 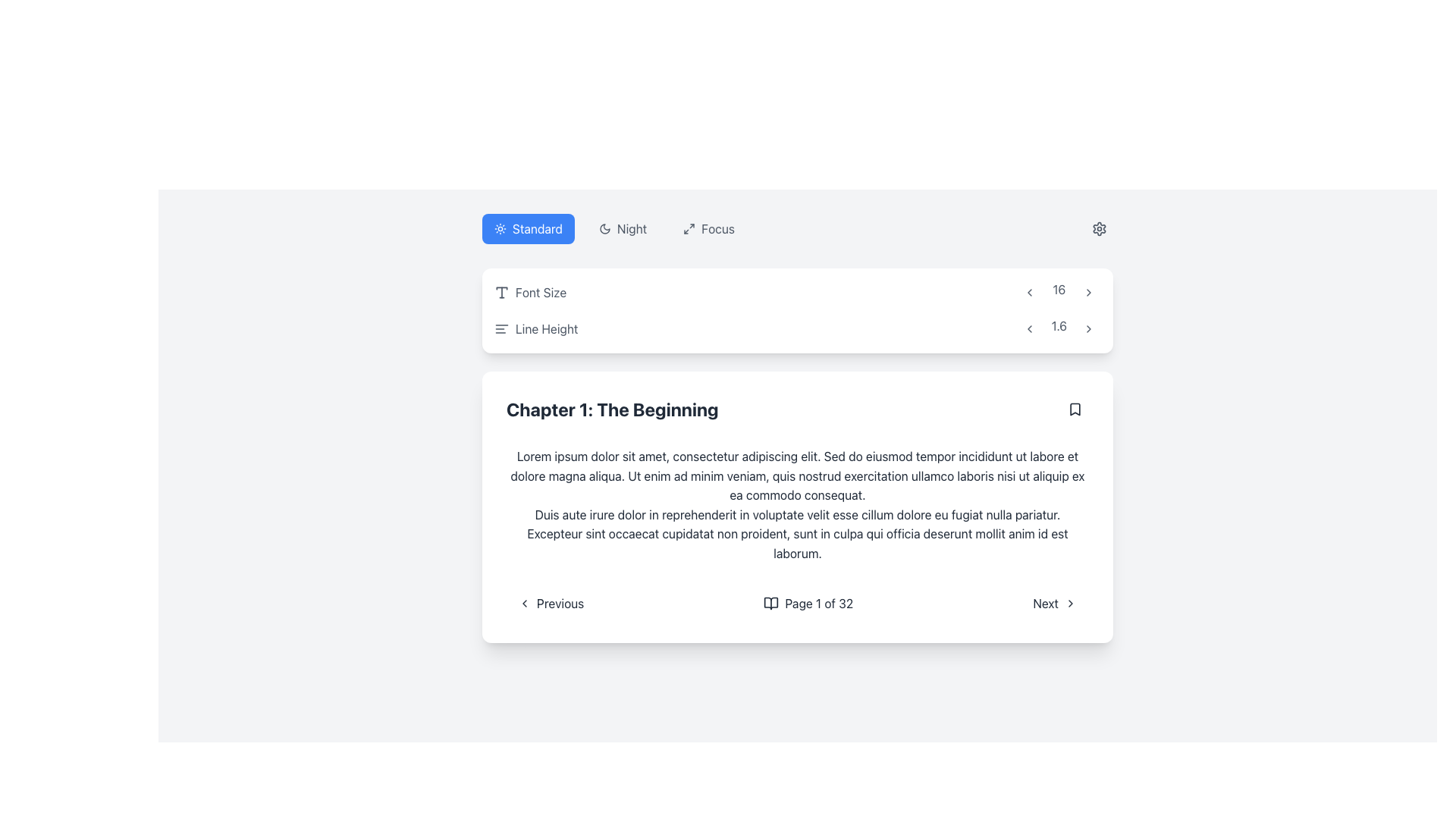 What do you see at coordinates (528, 228) in the screenshot?
I see `the leftmost button labeled 'Standard' in the toolbar to trigger a tooltip or highlight effect` at bounding box center [528, 228].